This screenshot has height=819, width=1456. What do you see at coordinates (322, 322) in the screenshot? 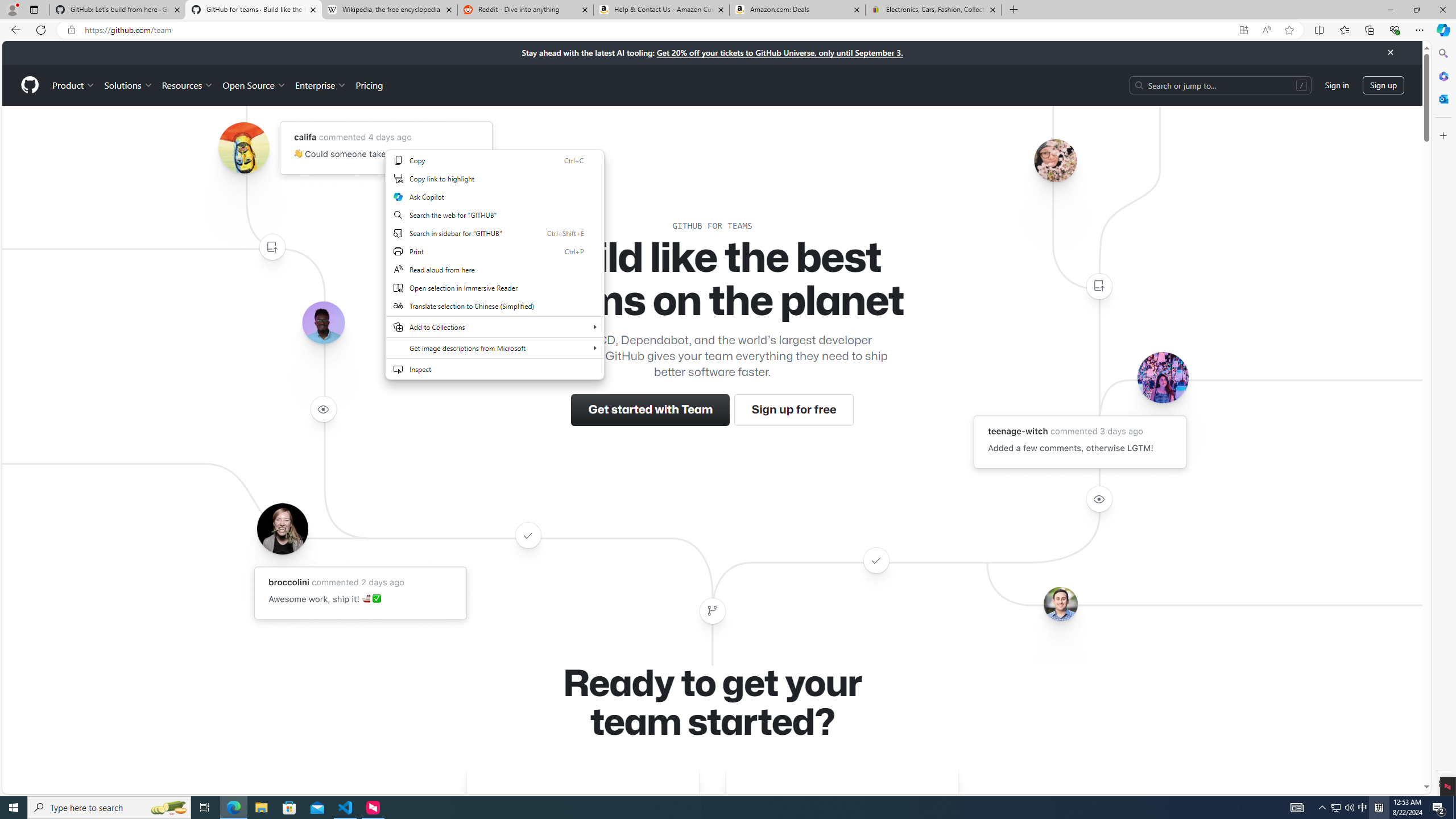
I see `'Avatar of the user lerebear'` at bounding box center [322, 322].